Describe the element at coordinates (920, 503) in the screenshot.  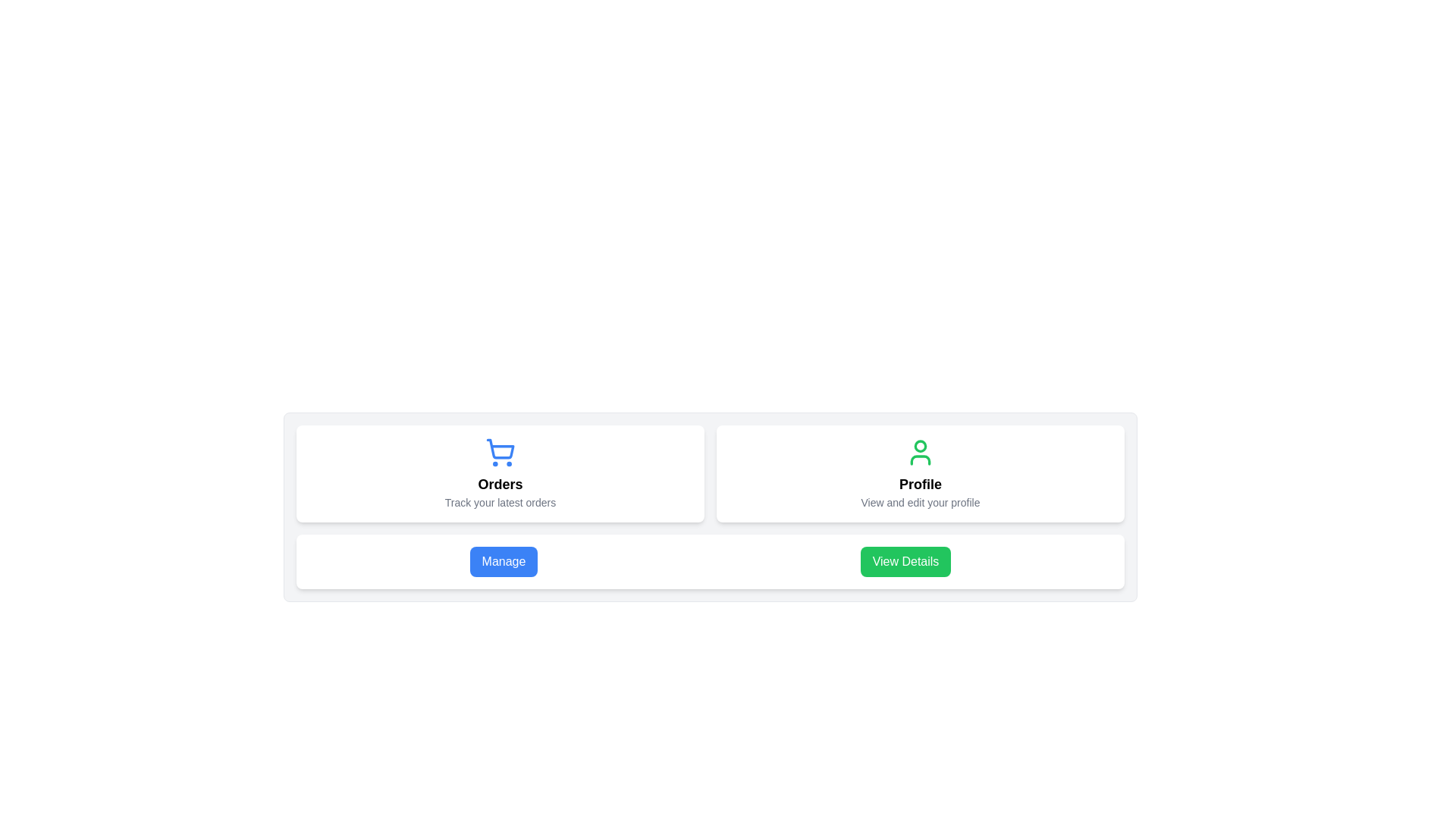
I see `the text element that provides a description or hint for editing the user's profile, located below the 'Profile' heading and a green user icon in the second card element on the right side of a grid layout` at that location.